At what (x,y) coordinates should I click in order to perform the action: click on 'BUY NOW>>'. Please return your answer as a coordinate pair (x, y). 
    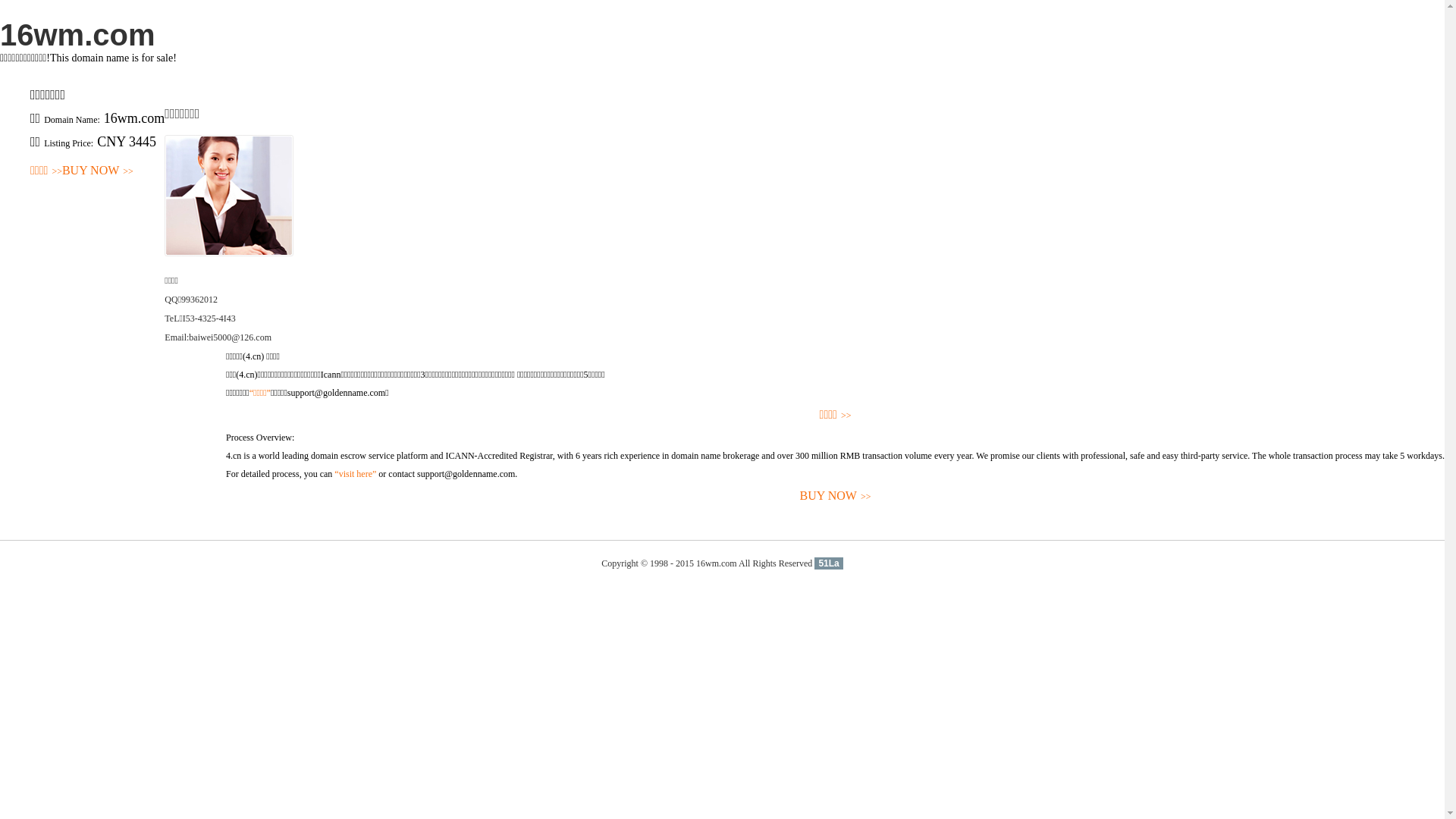
    Looking at the image, I should click on (834, 496).